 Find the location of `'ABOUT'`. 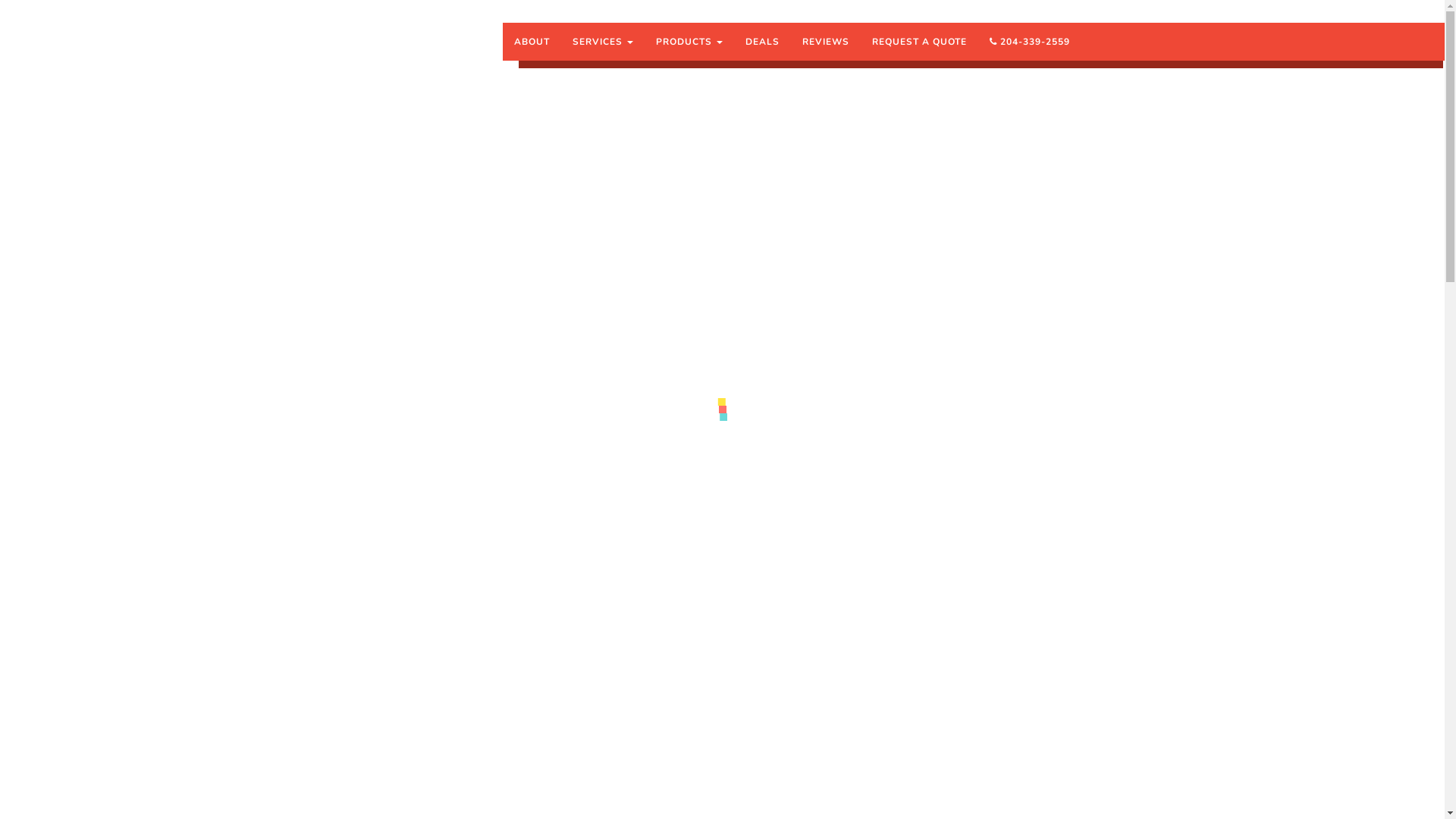

'ABOUT' is located at coordinates (532, 40).